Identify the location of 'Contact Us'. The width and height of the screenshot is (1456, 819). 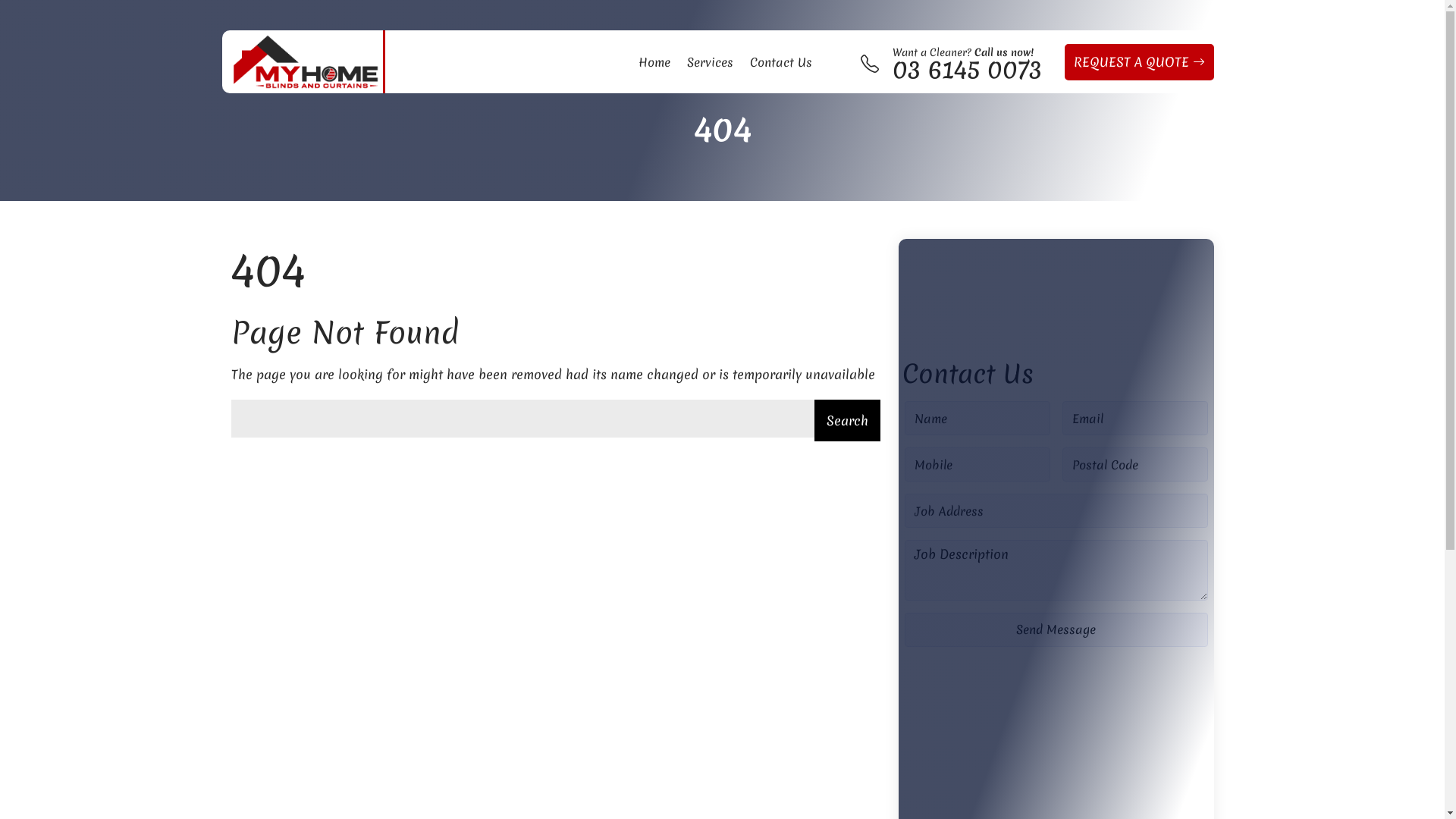
(742, 61).